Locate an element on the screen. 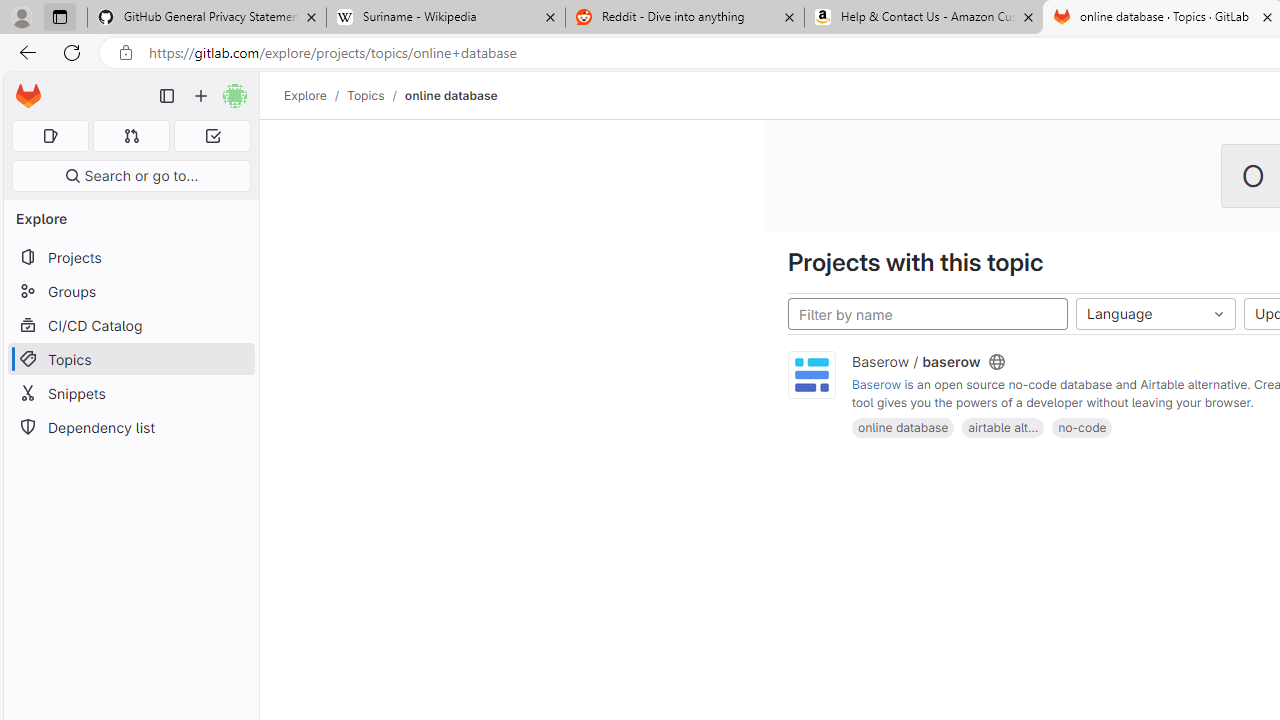  'airtable alt...' is located at coordinates (1003, 426).